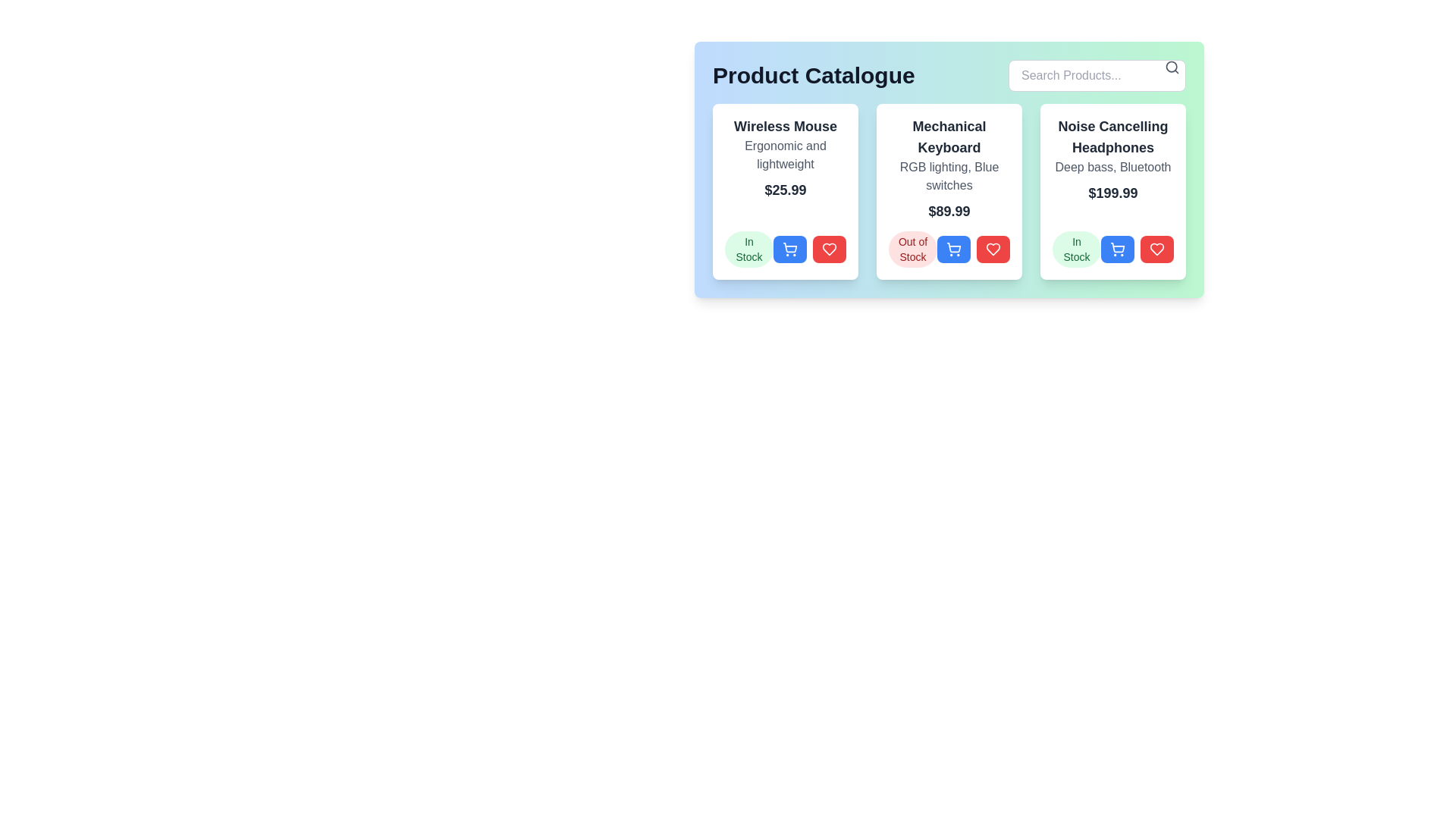 This screenshot has height=819, width=1456. I want to click on the shopping cart button located below the product details of 'Mechanical Keyboard', bordered by a red 'Out of Stock' label on the left and a red heart icon on the right, for keyboard interaction, so click(949, 248).